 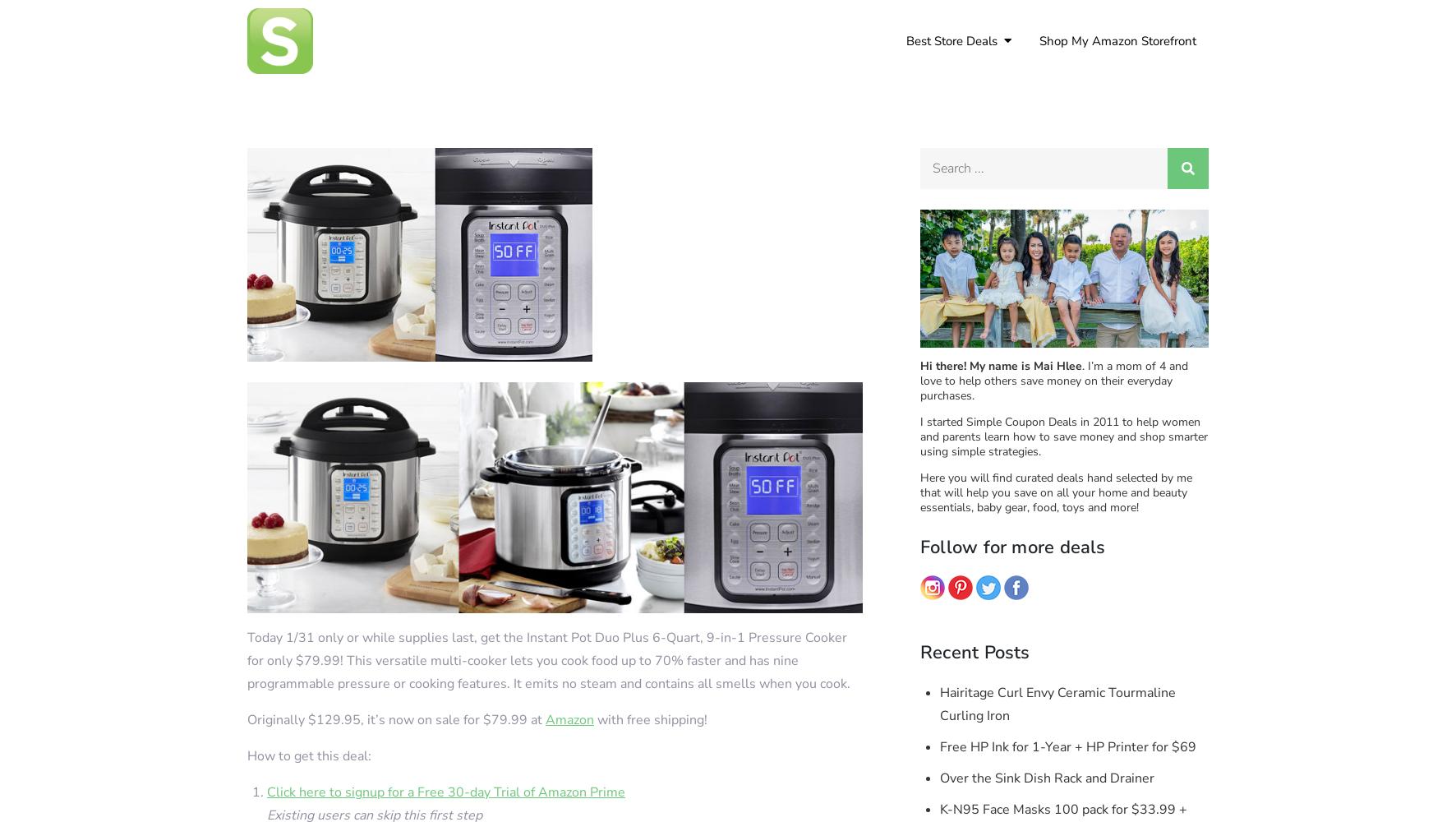 I want to click on 'Here you will find curated deals hand selected by me that will help you save on all your home and beauty essentials, baby gear, food, toys and more!', so click(x=1056, y=491).